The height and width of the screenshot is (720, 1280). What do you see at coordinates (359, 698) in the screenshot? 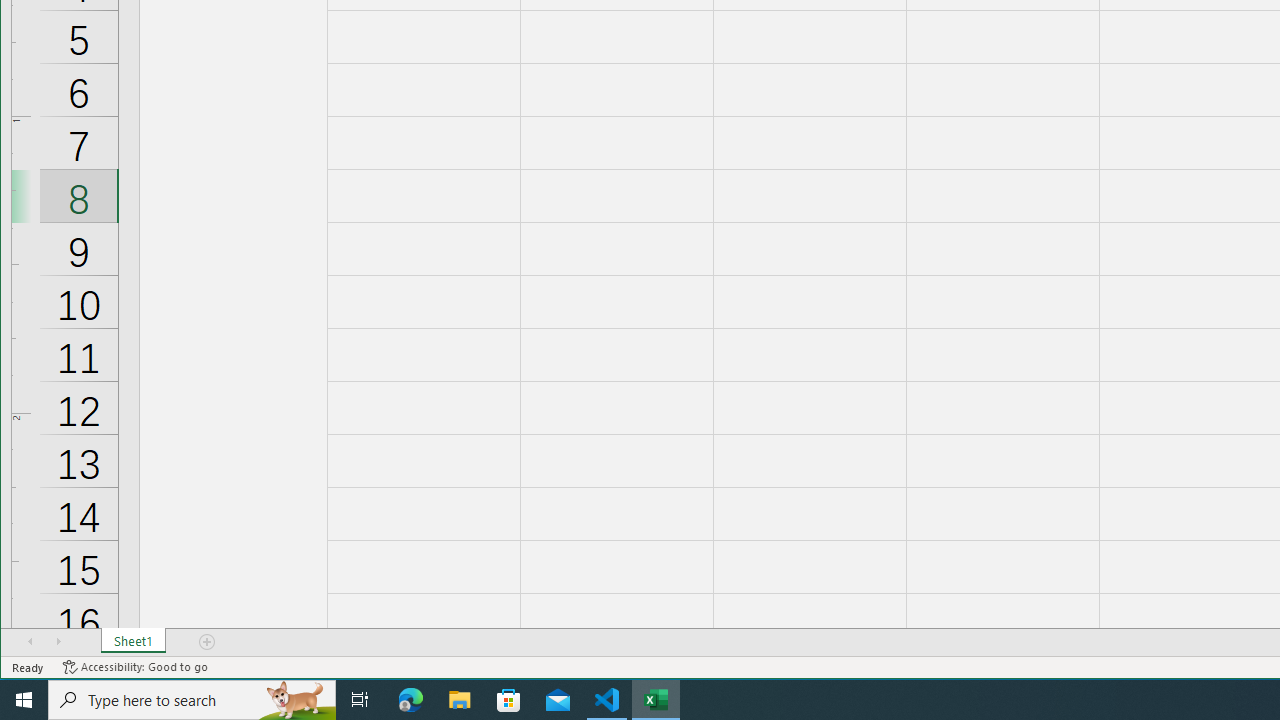
I see `'Task View'` at bounding box center [359, 698].